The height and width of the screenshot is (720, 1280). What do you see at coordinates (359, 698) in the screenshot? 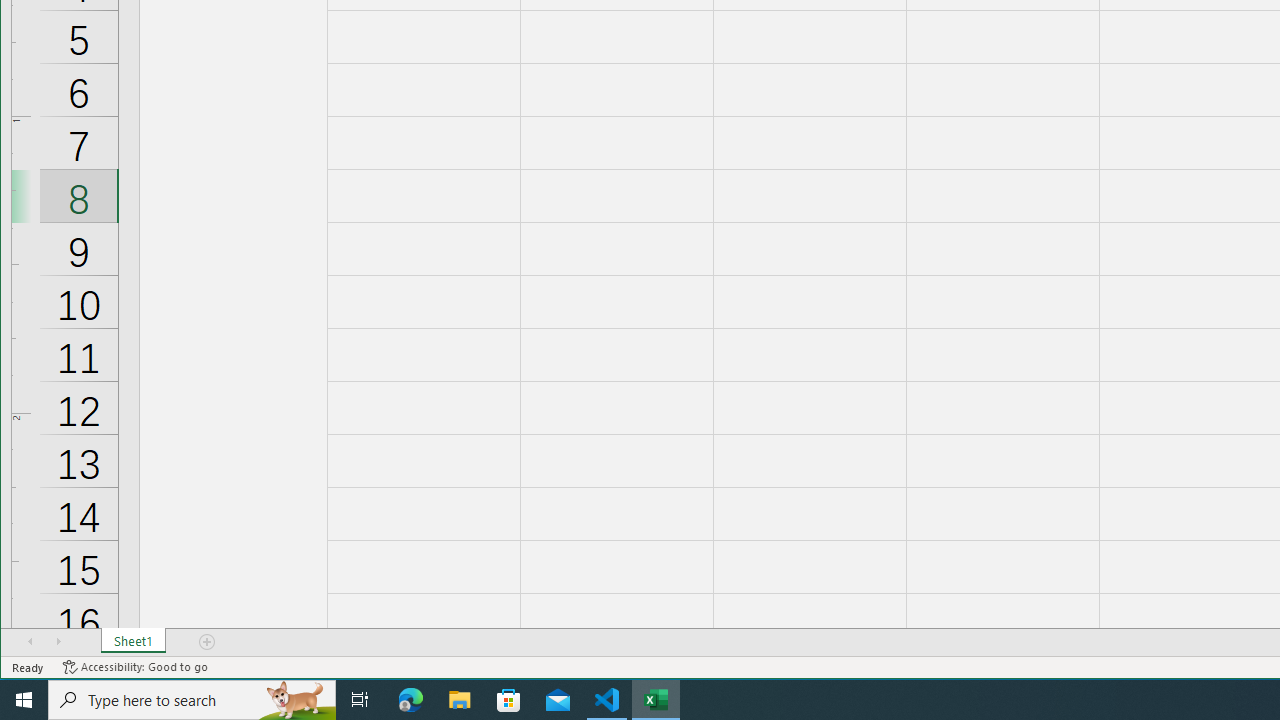
I see `'Task View'` at bounding box center [359, 698].